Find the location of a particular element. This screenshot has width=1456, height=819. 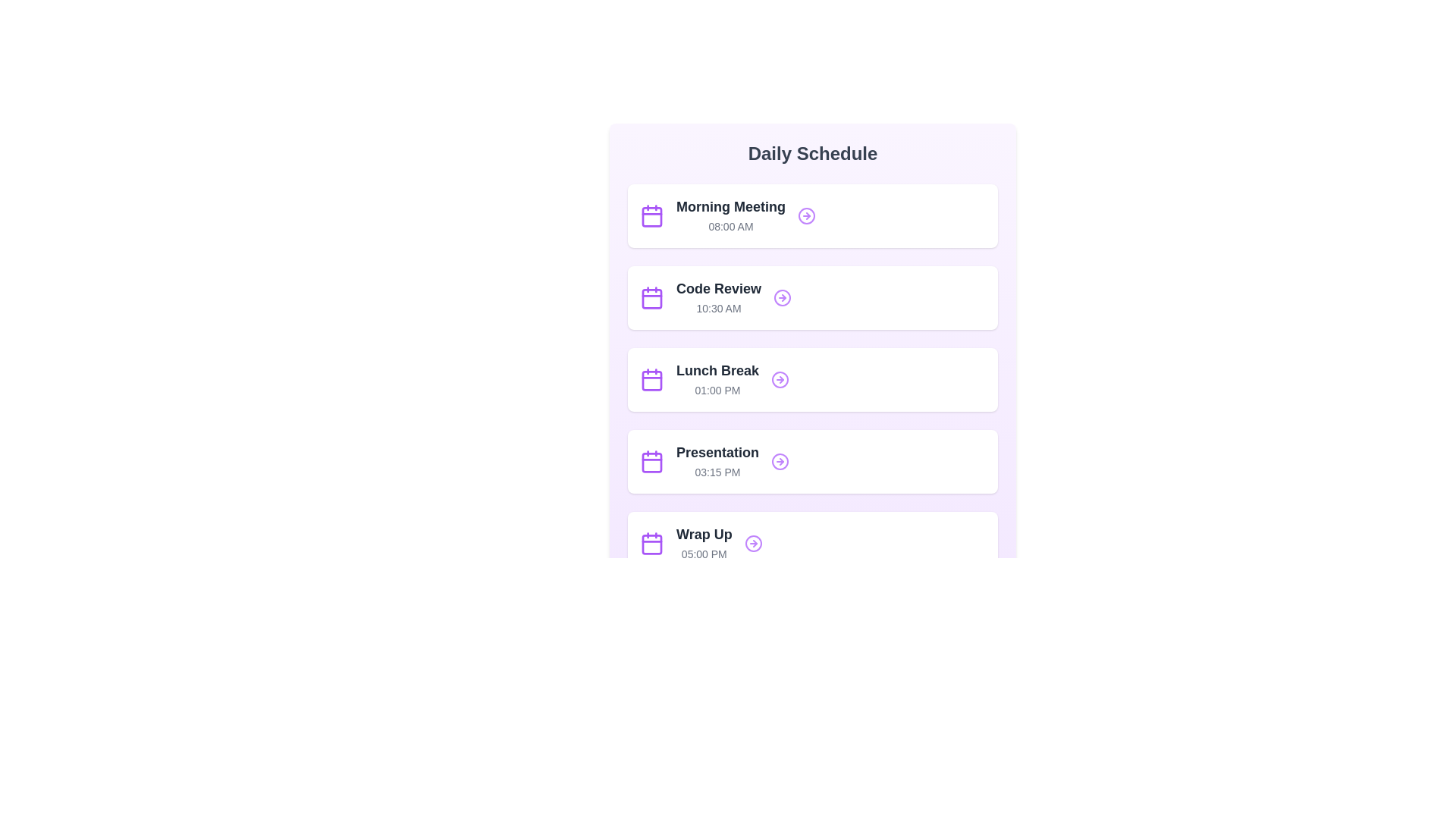

the static text heading that serves as the title for the schedule section, located at the top of the vertically stacked schedule interface is located at coordinates (811, 154).